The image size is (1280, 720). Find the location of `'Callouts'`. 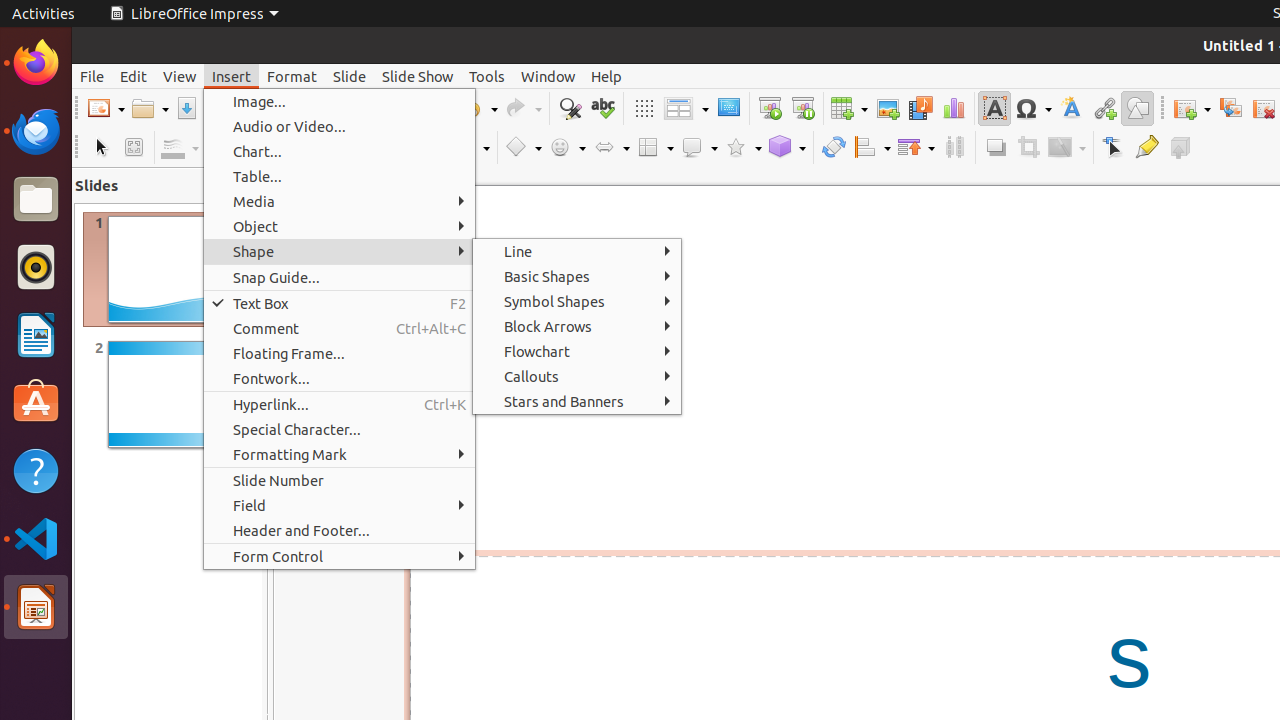

'Callouts' is located at coordinates (576, 376).